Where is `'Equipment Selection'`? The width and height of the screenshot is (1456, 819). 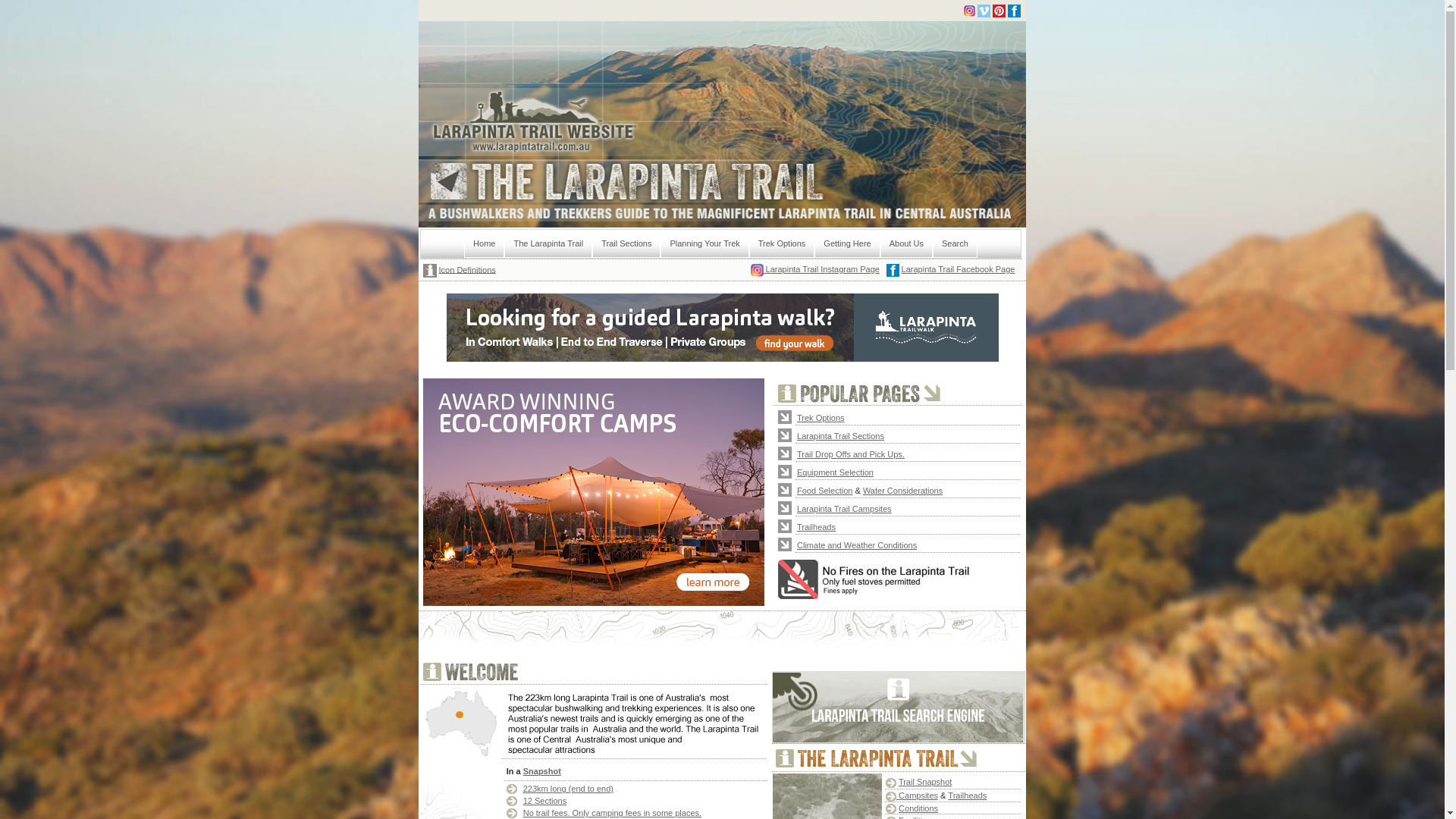 'Equipment Selection' is located at coordinates (834, 470).